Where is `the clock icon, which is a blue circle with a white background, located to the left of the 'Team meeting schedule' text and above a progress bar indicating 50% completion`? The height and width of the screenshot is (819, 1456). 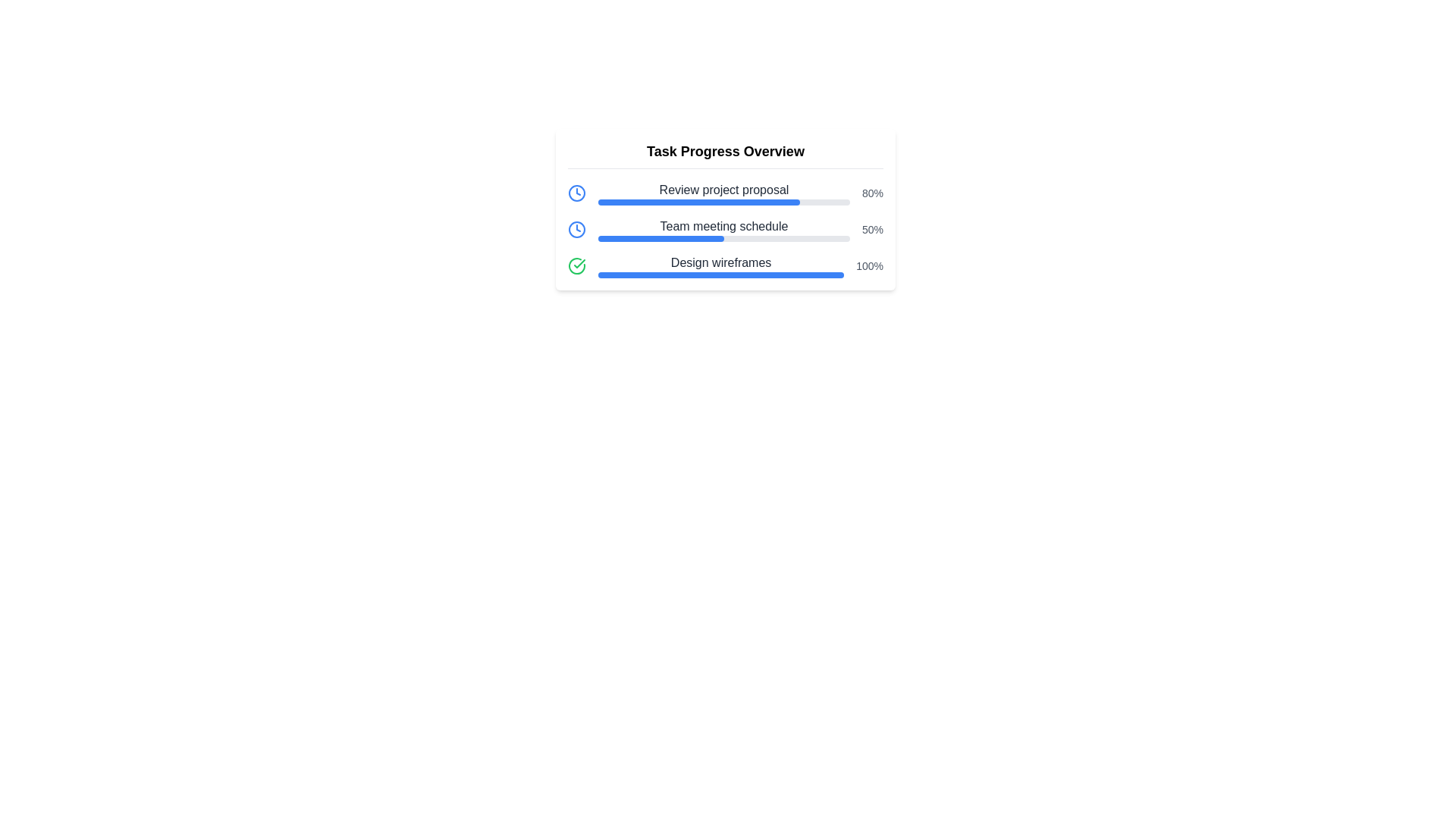
the clock icon, which is a blue circle with a white background, located to the left of the 'Team meeting schedule' text and above a progress bar indicating 50% completion is located at coordinates (576, 230).